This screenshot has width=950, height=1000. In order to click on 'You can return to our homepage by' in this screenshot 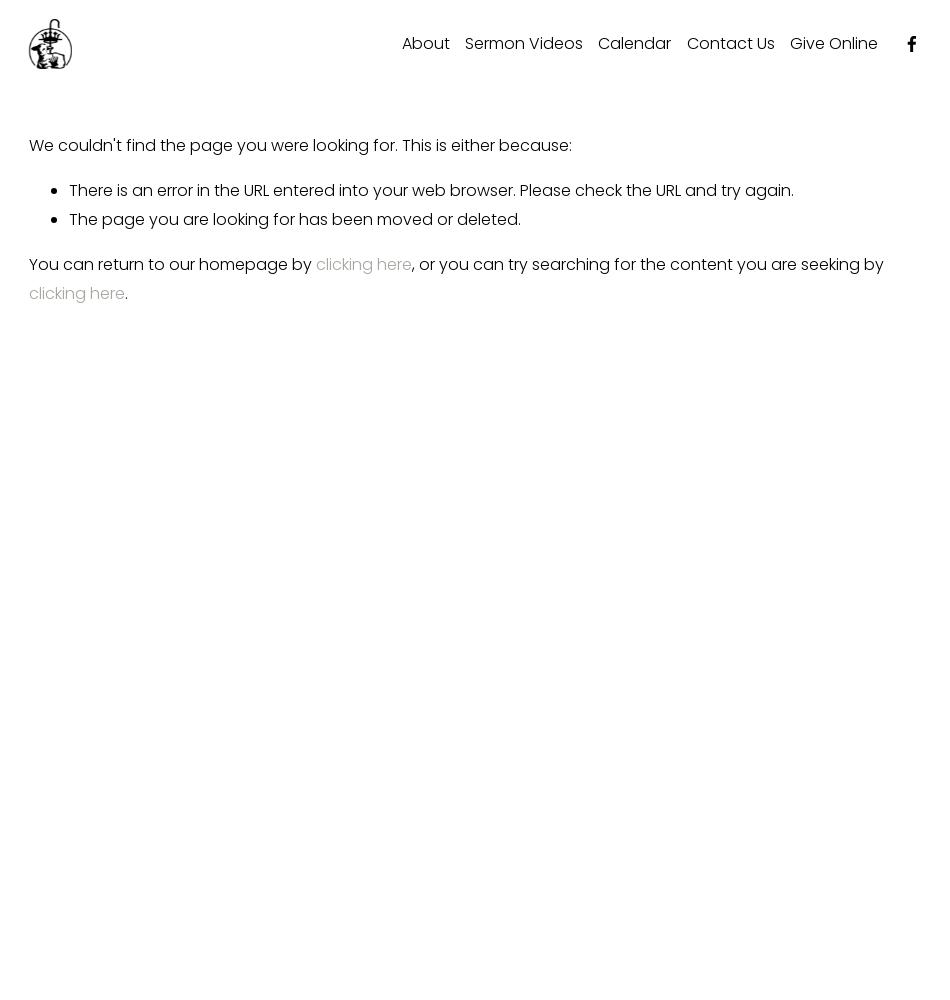, I will do `click(28, 263)`.